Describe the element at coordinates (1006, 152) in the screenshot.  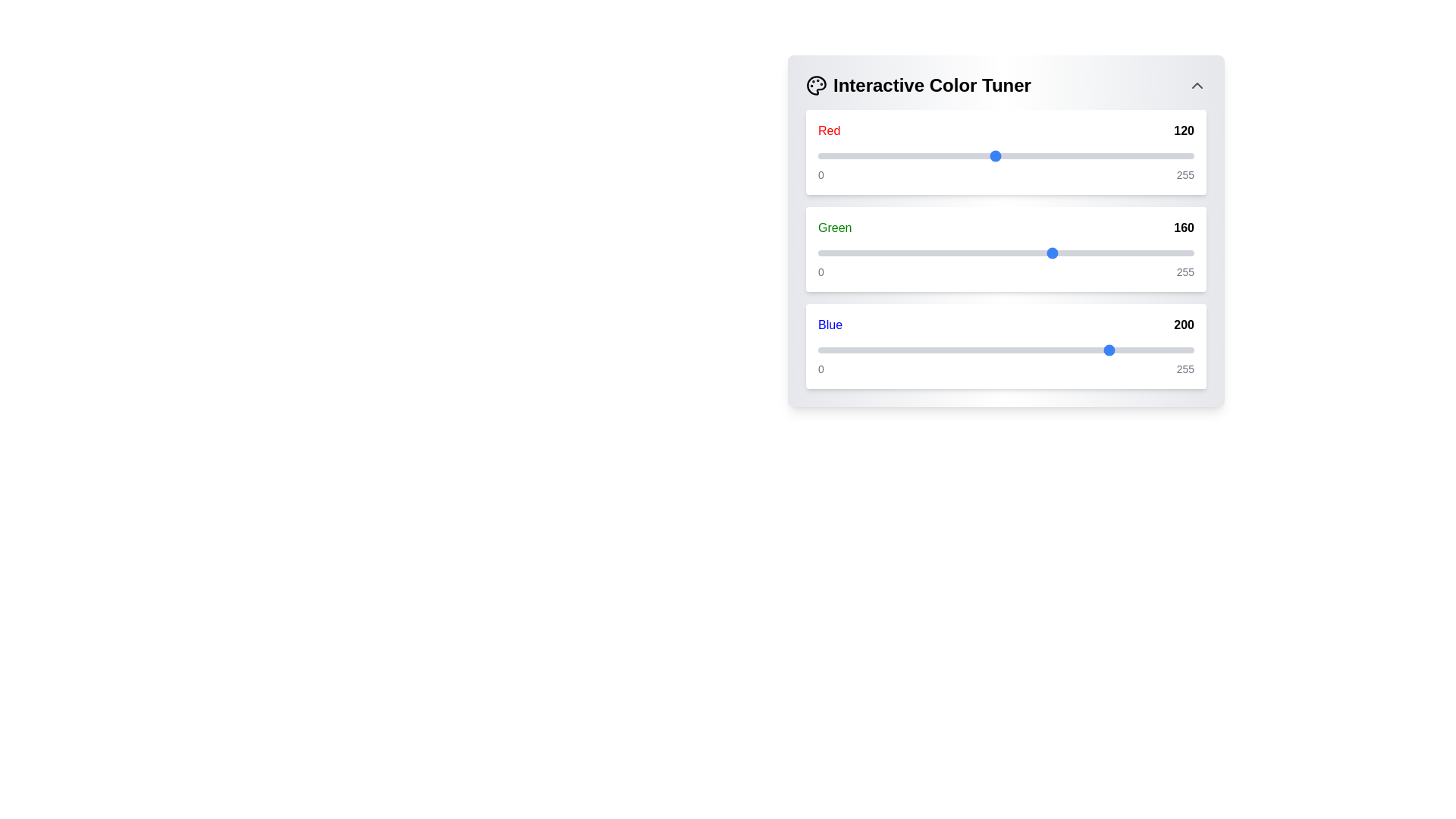
I see `labels and numerical values of the Slider element with a red label and a blue thumb, currently set to 120, to understand the current settings` at that location.